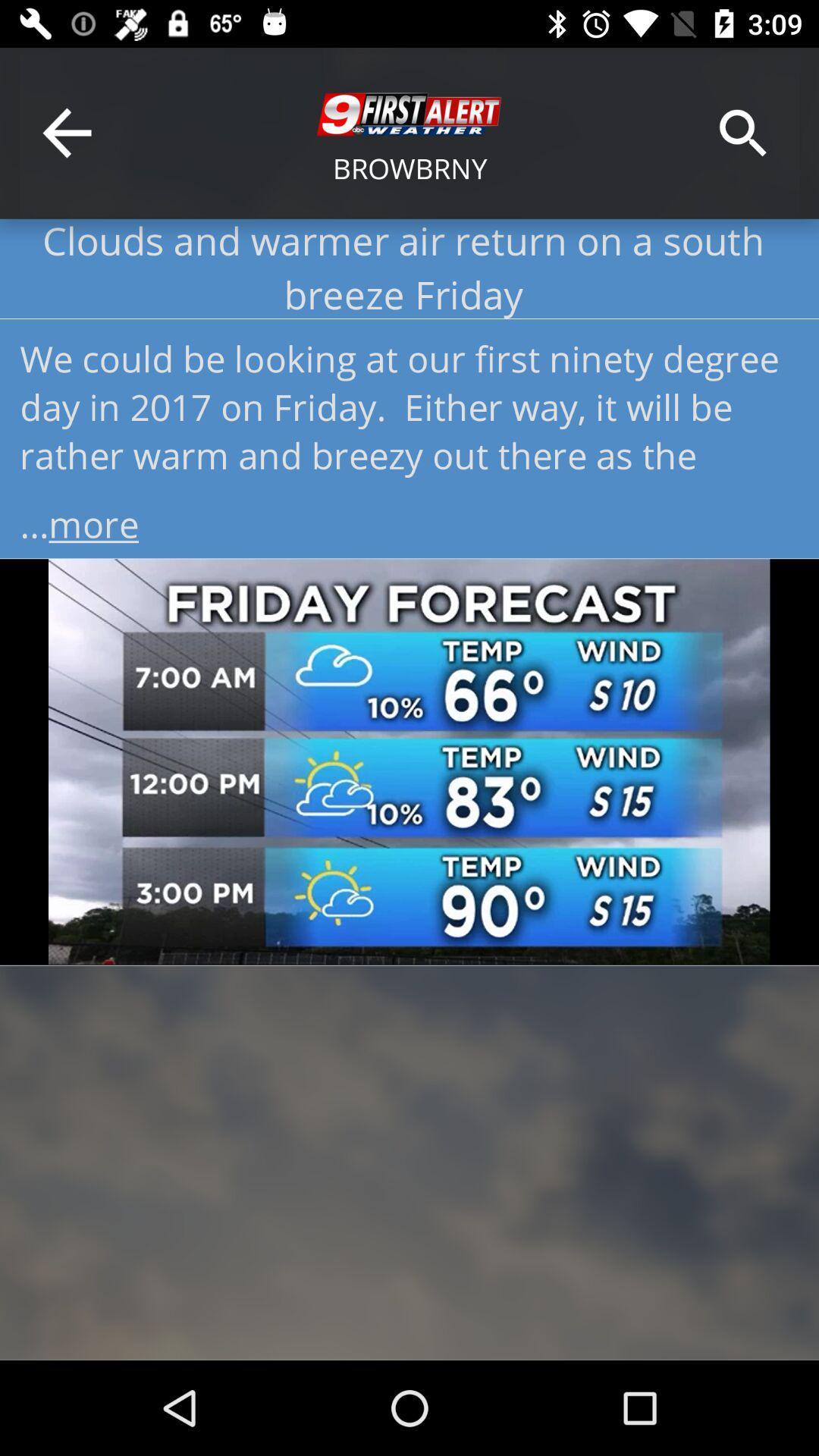 This screenshot has width=819, height=1456. I want to click on item below the we could be item, so click(409, 519).